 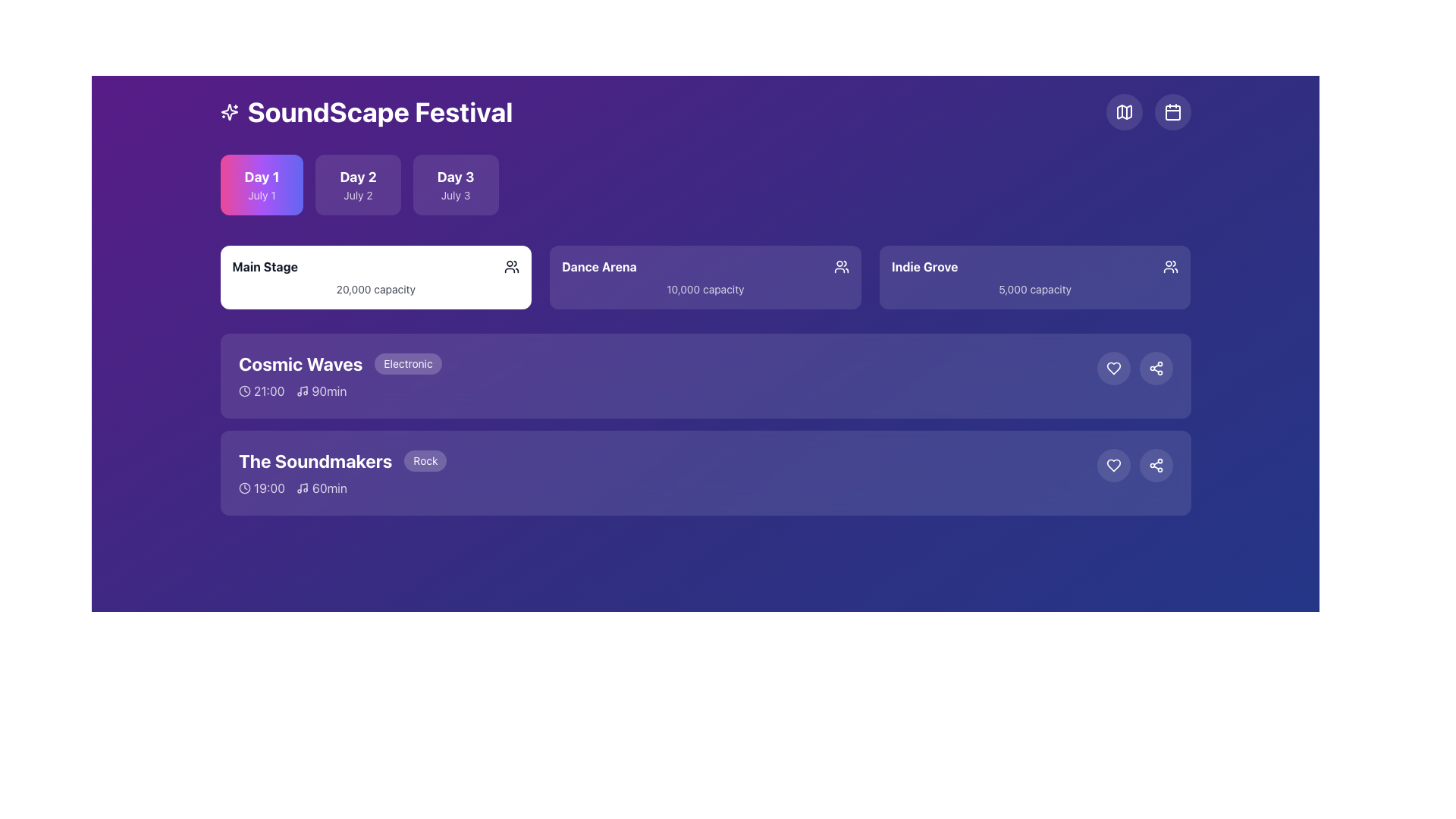 I want to click on 'Day 1' text label located in the first tab segment of the interface, which helps users identify the selected day of the event, so click(x=262, y=177).